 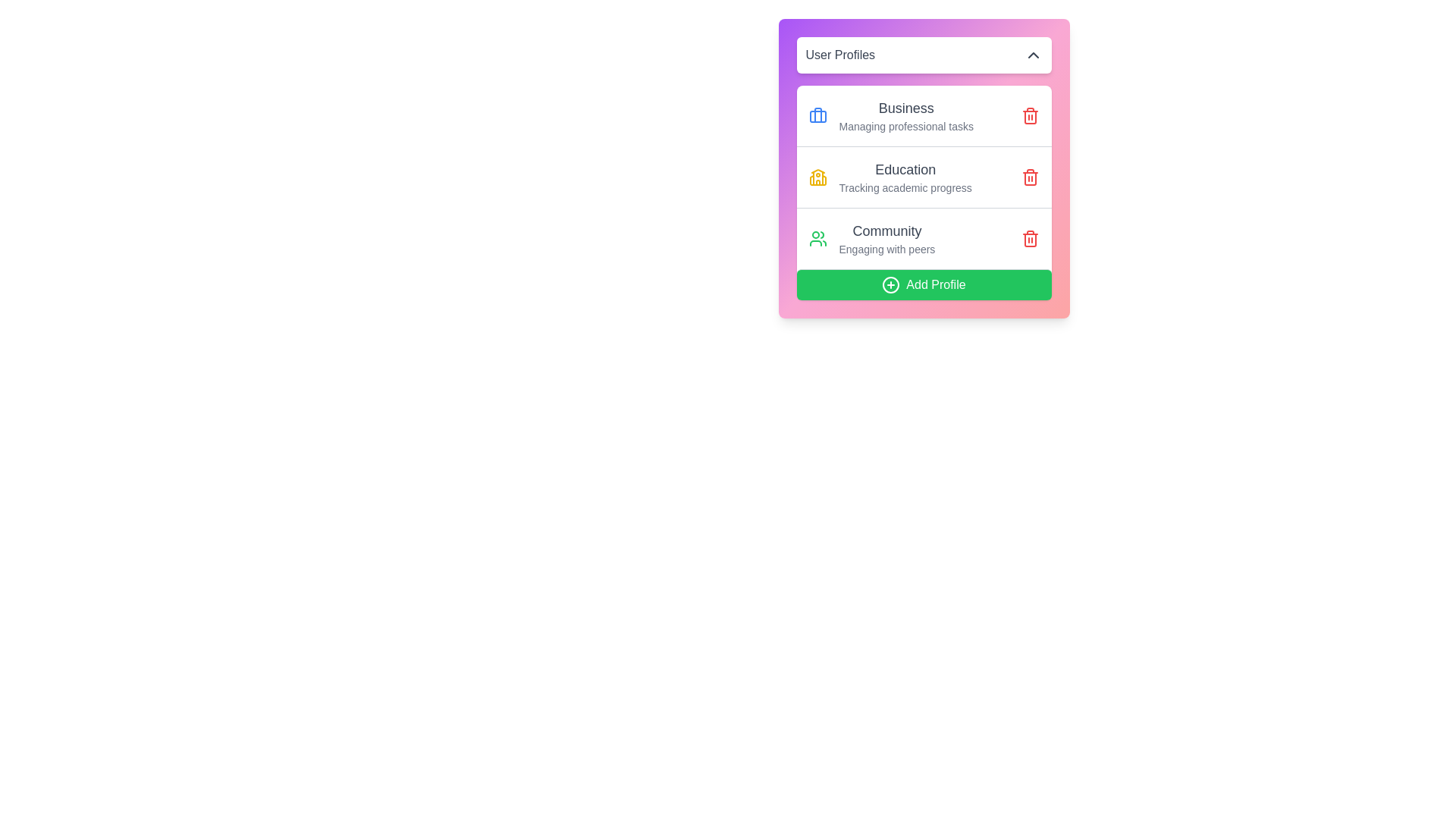 What do you see at coordinates (923, 284) in the screenshot?
I see `the green button at the bottom of the panel to observe the hover effect before adding a new profile` at bounding box center [923, 284].